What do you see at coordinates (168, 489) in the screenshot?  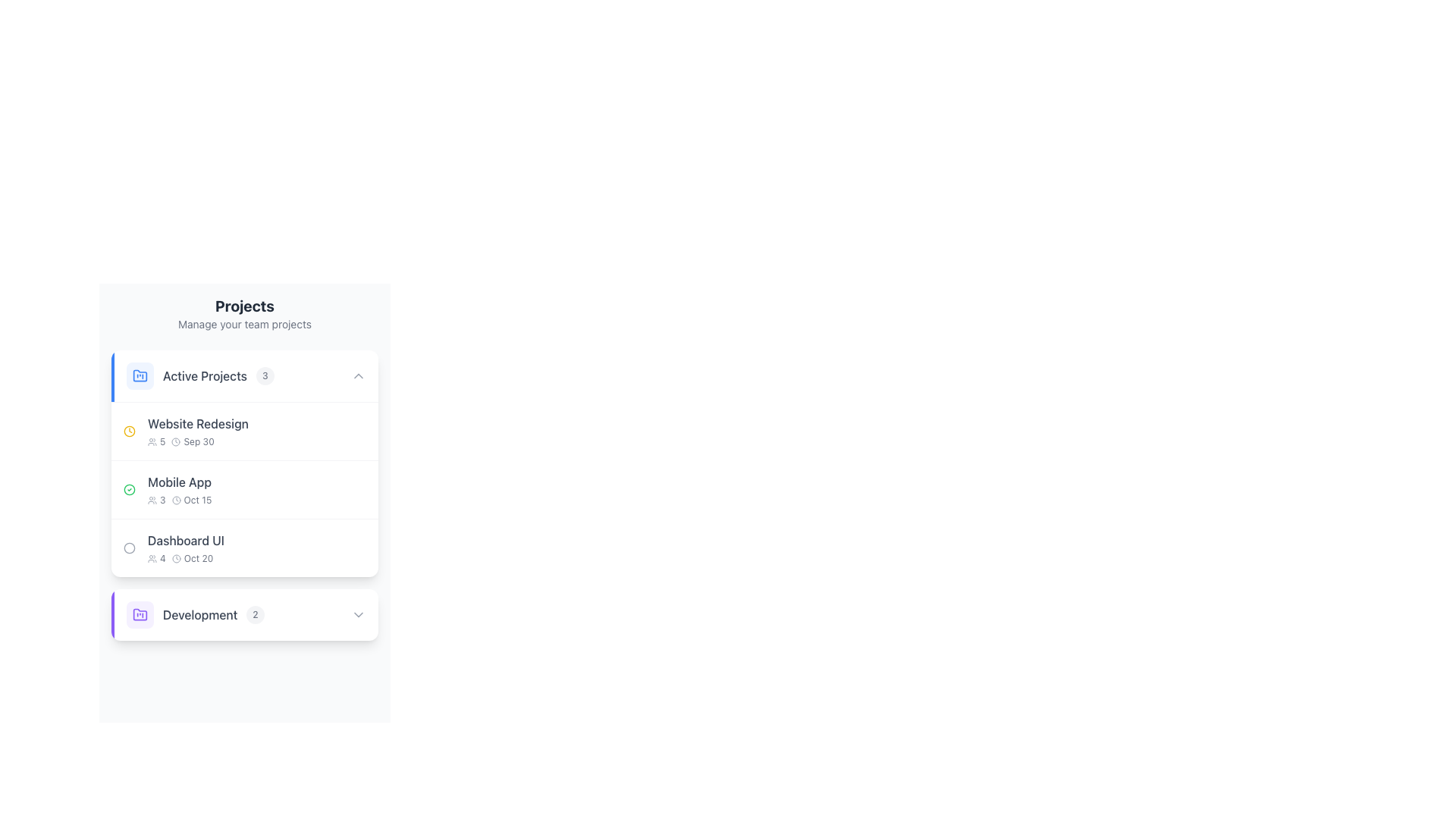 I see `the second project entry in the 'Active Projects' list, which is the 'Mobile App' project` at bounding box center [168, 489].